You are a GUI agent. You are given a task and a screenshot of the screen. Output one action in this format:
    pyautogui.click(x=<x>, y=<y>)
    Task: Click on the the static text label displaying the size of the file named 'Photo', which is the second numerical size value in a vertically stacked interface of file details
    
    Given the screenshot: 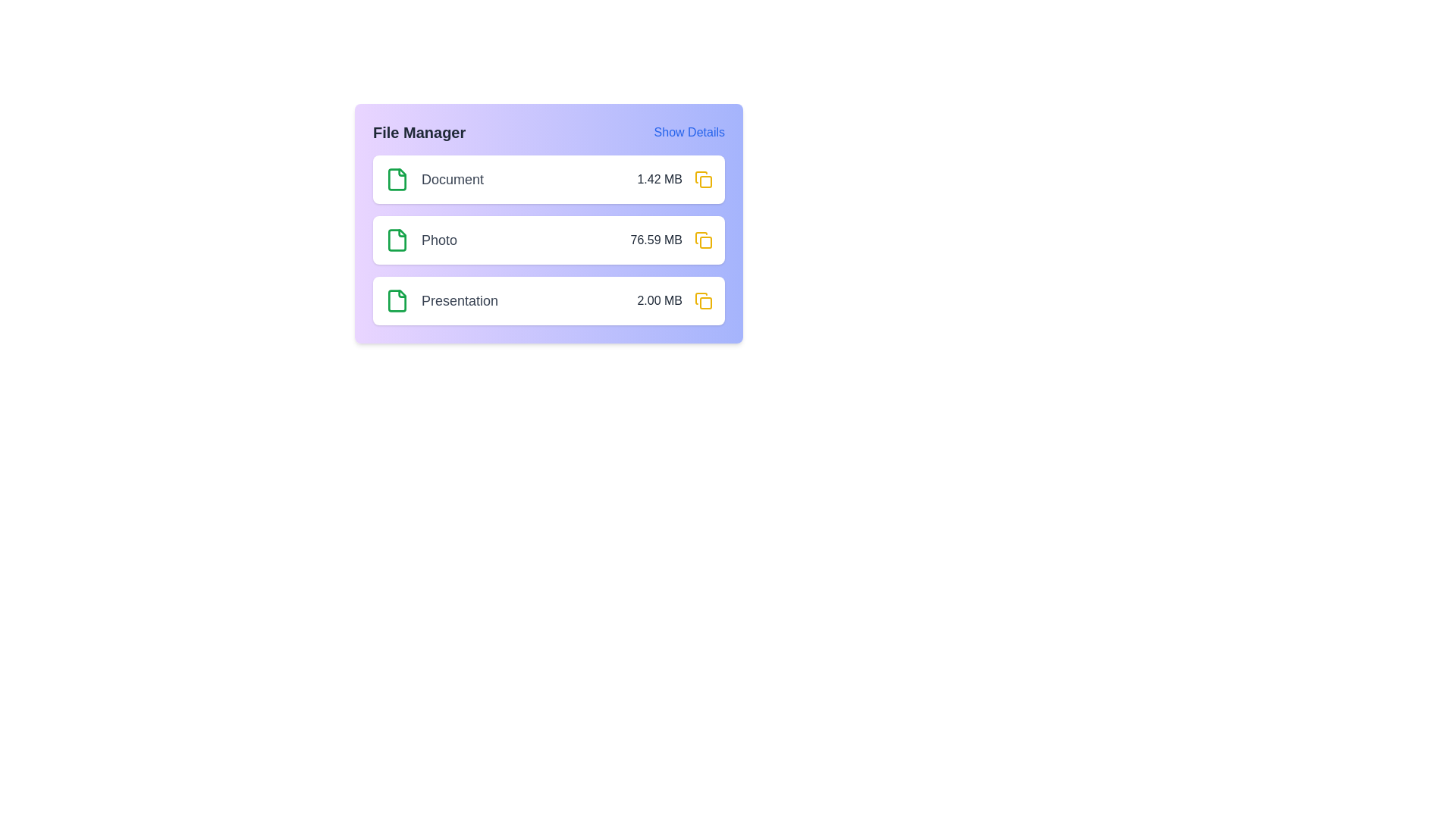 What is the action you would take?
    pyautogui.click(x=656, y=239)
    